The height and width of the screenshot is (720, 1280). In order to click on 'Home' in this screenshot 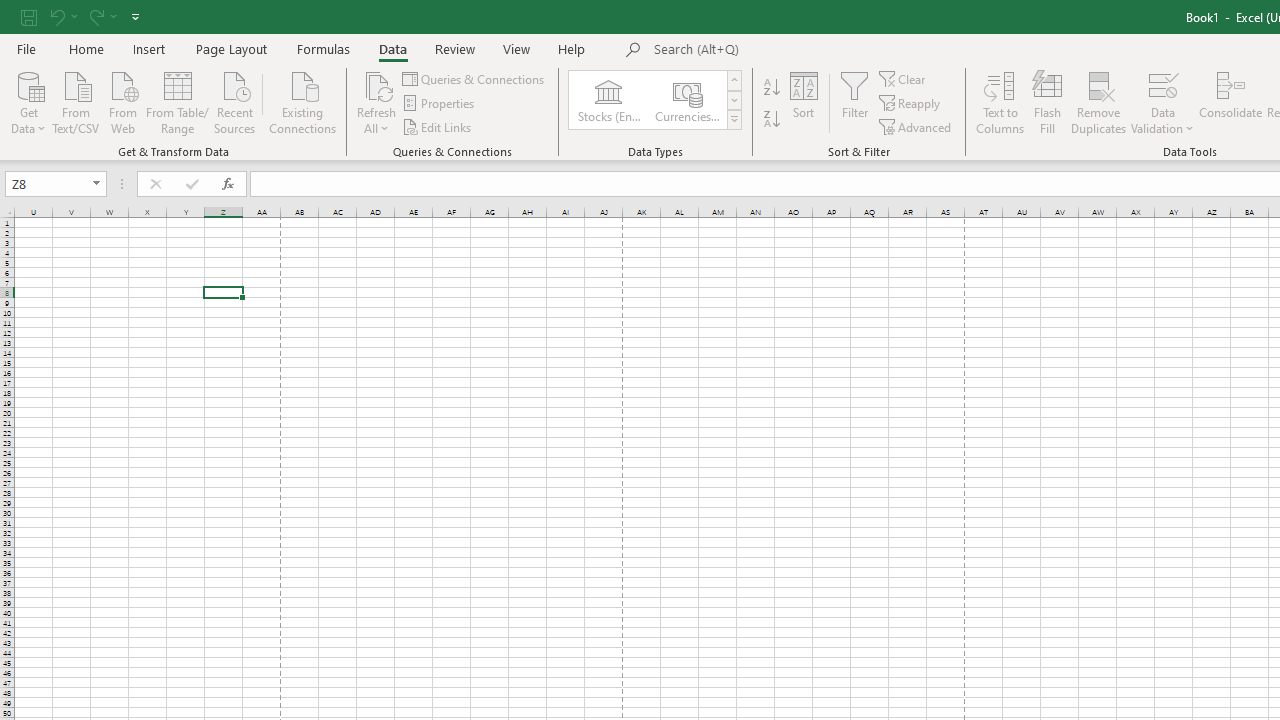, I will do `click(85, 48)`.